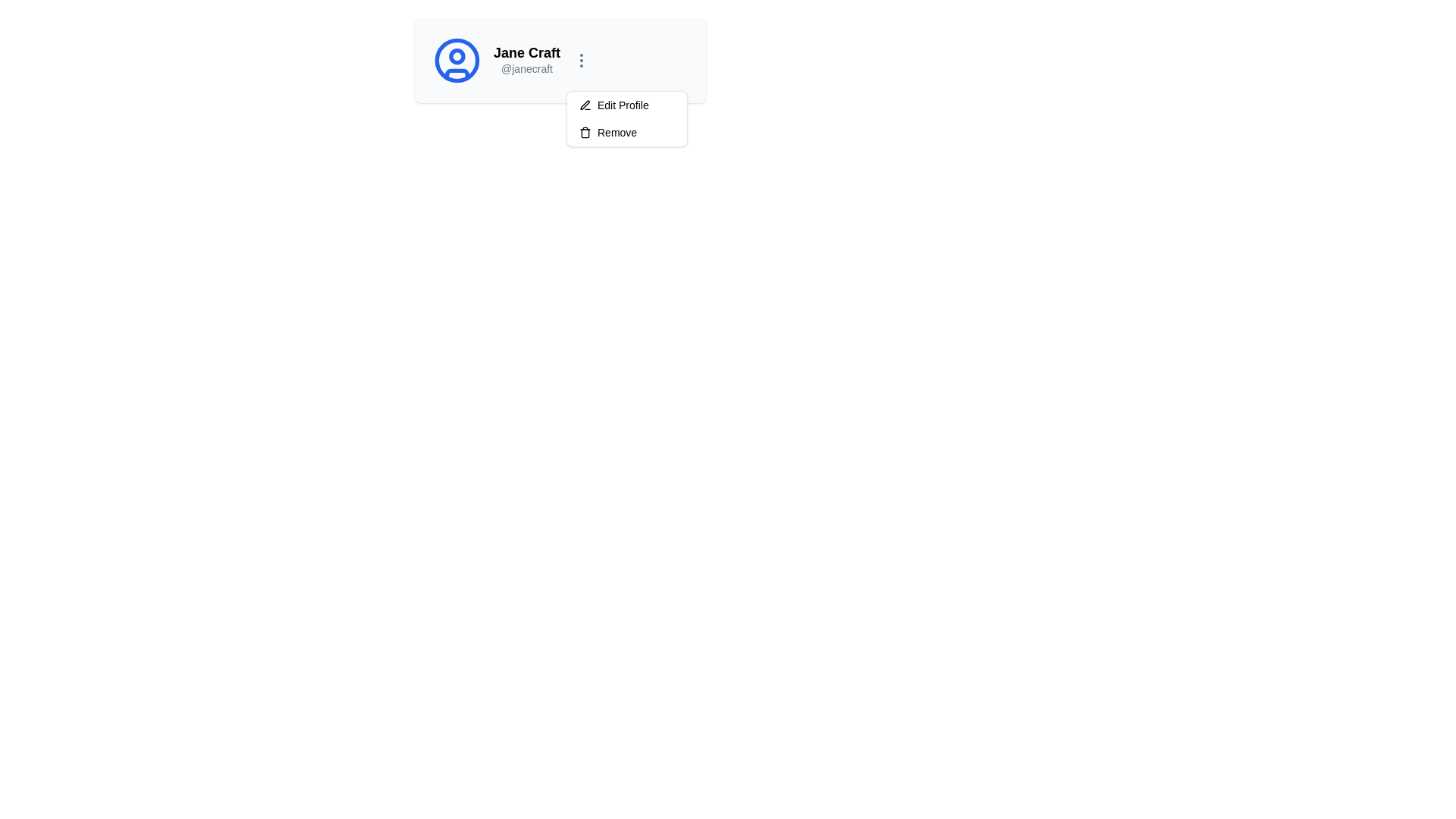 This screenshot has width=1456, height=819. What do you see at coordinates (626, 131) in the screenshot?
I see `the second item in the dropdown menu that triggers a removal action, which appears below the 'Edit Profile' option` at bounding box center [626, 131].